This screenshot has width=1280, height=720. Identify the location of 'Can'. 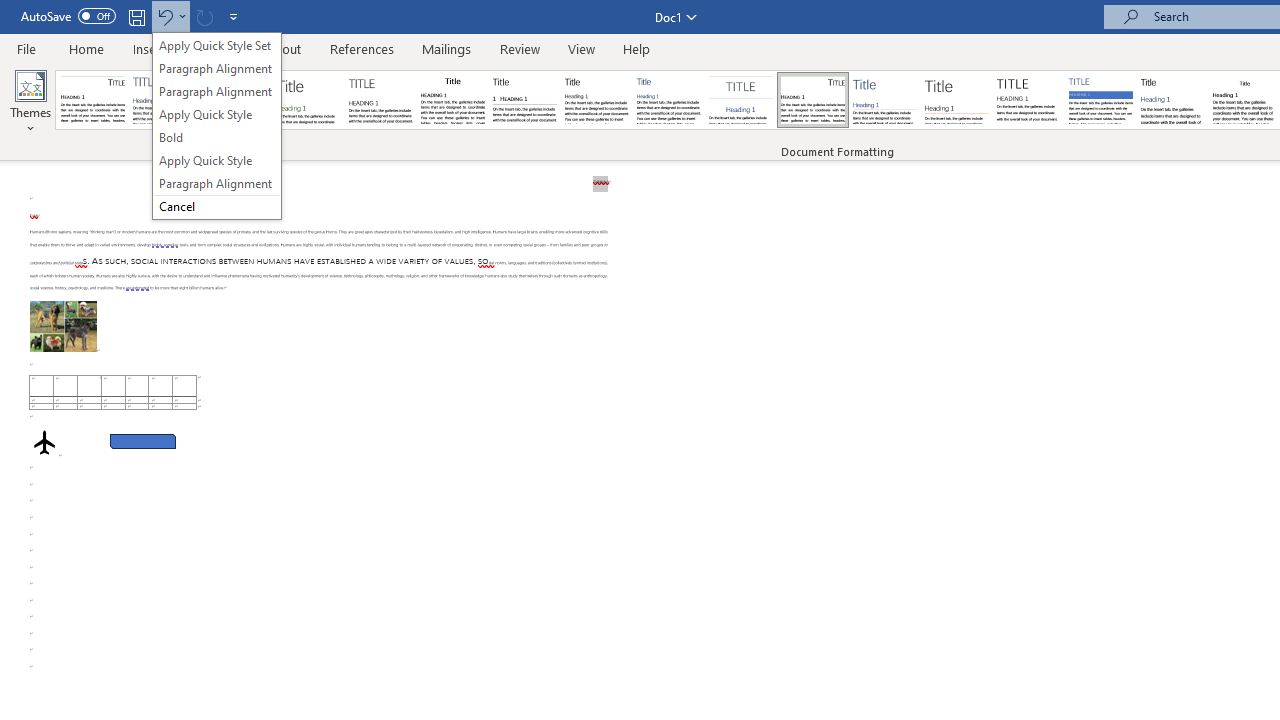
(204, 16).